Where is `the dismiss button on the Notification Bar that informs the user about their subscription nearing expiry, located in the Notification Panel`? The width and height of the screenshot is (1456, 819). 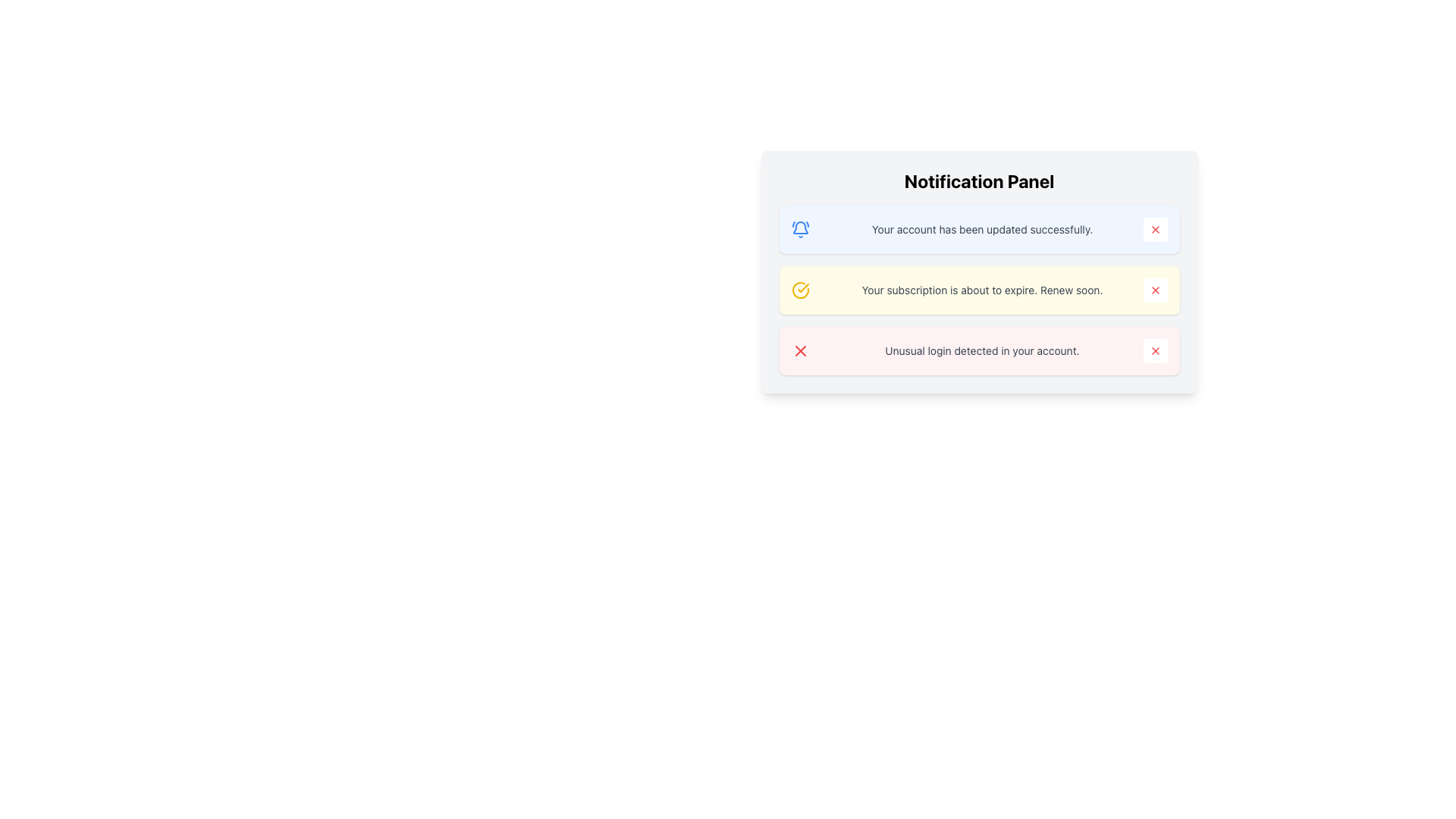 the dismiss button on the Notification Bar that informs the user about their subscription nearing expiry, located in the Notification Panel is located at coordinates (979, 290).